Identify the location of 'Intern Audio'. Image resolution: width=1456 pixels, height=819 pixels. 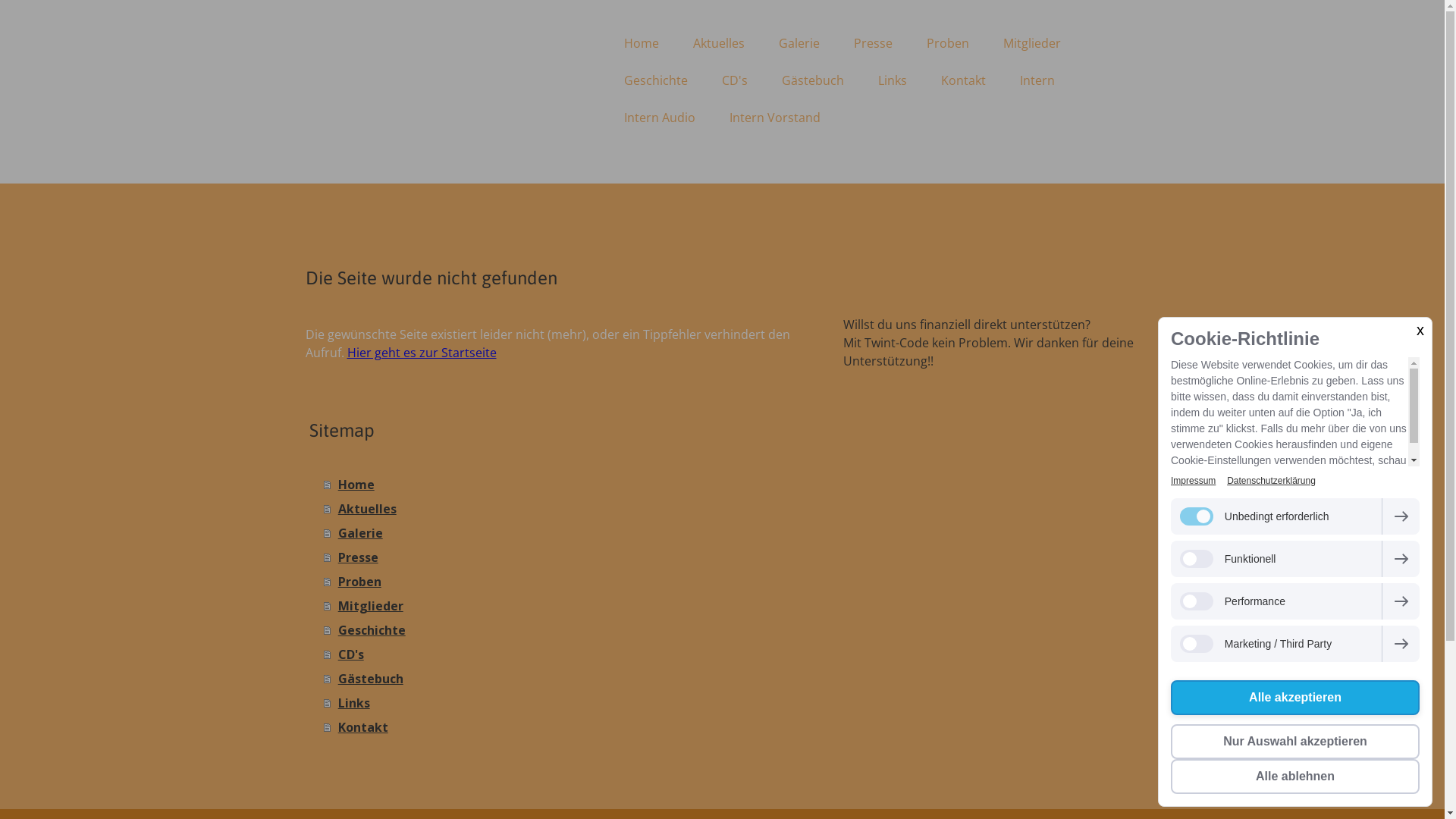
(607, 116).